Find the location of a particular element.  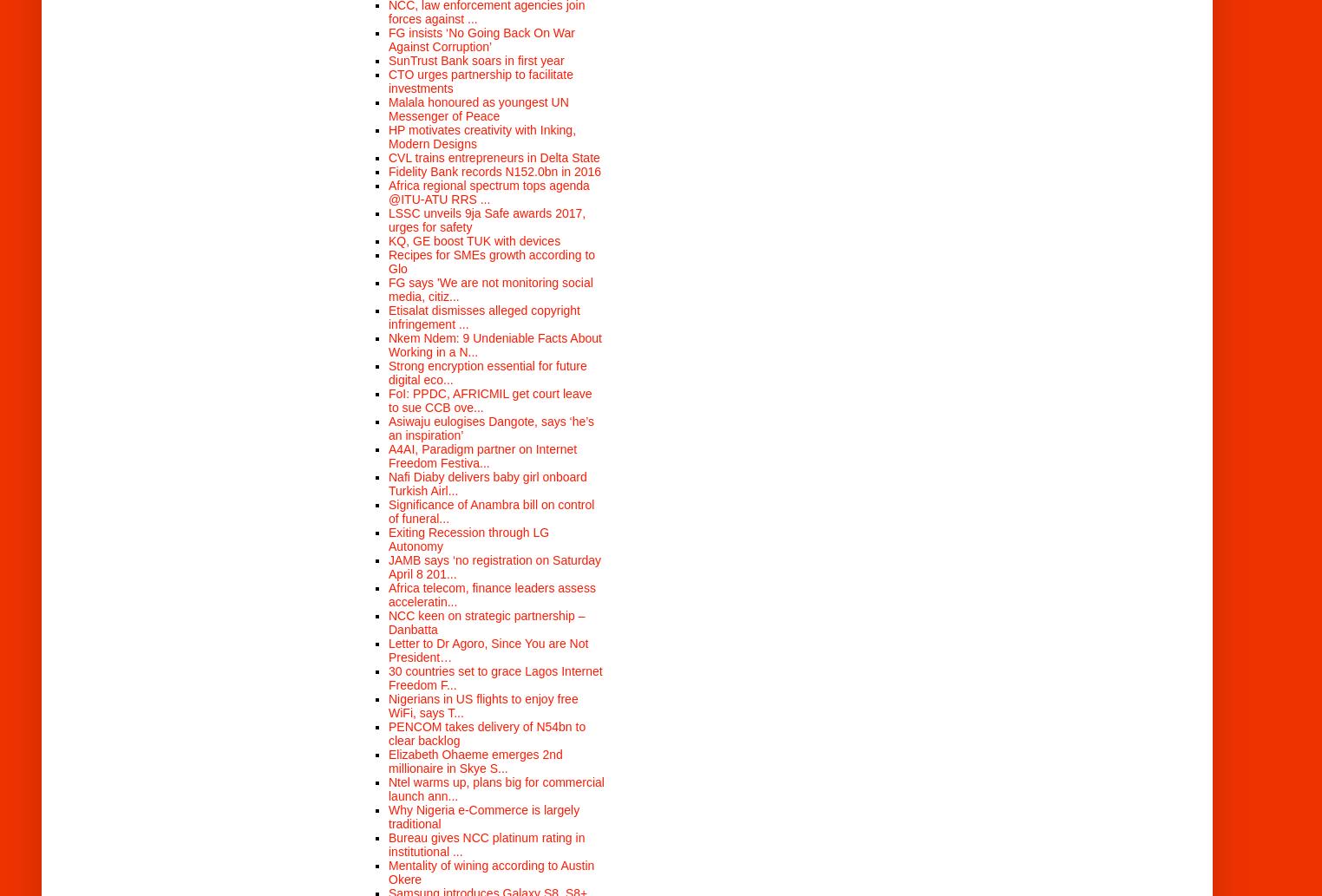

'Nigerians in US flights to enjoy free WiFi, says T...' is located at coordinates (389, 704).